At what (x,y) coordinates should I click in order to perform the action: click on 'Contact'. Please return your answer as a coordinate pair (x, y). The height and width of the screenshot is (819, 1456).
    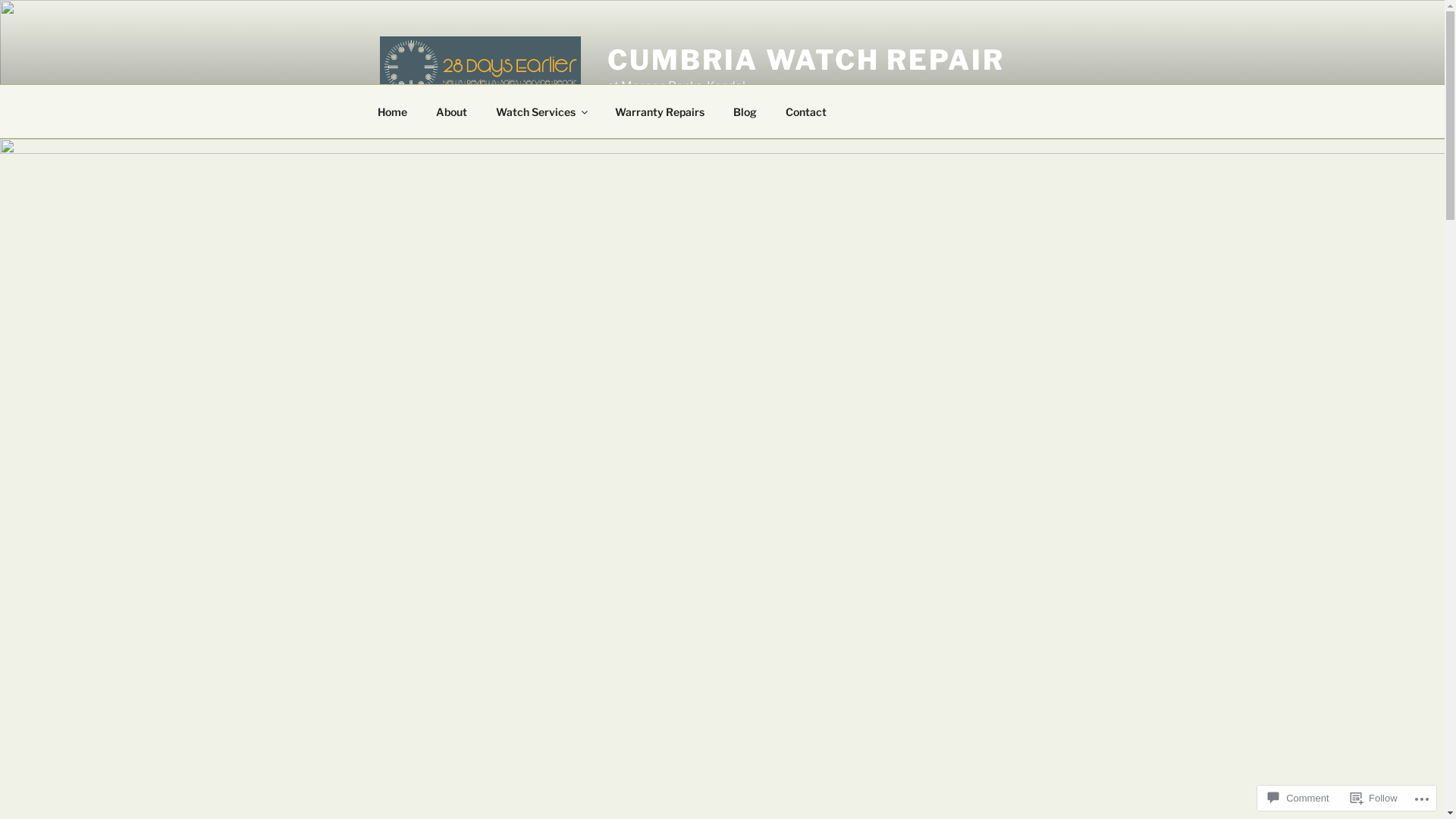
    Looking at the image, I should click on (805, 110).